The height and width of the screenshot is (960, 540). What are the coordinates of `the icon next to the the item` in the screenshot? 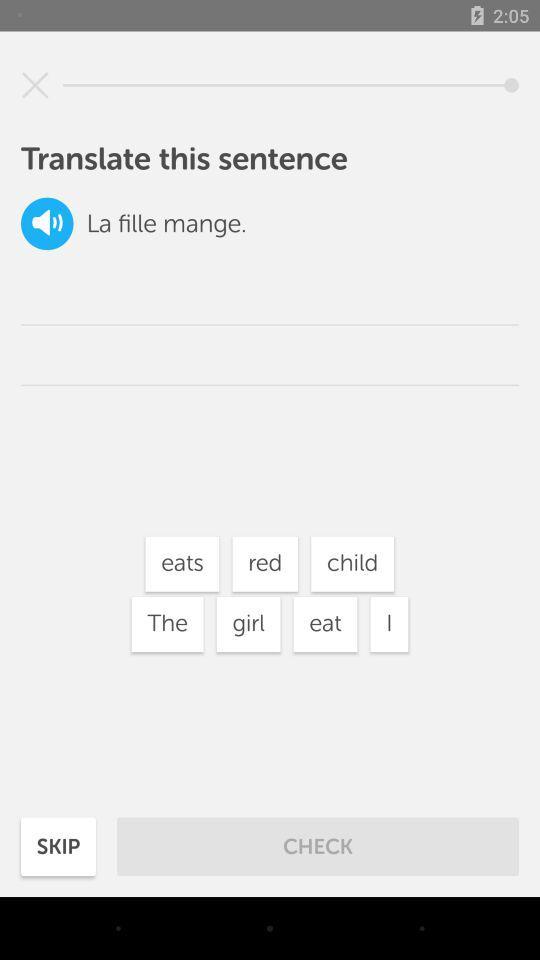 It's located at (248, 623).